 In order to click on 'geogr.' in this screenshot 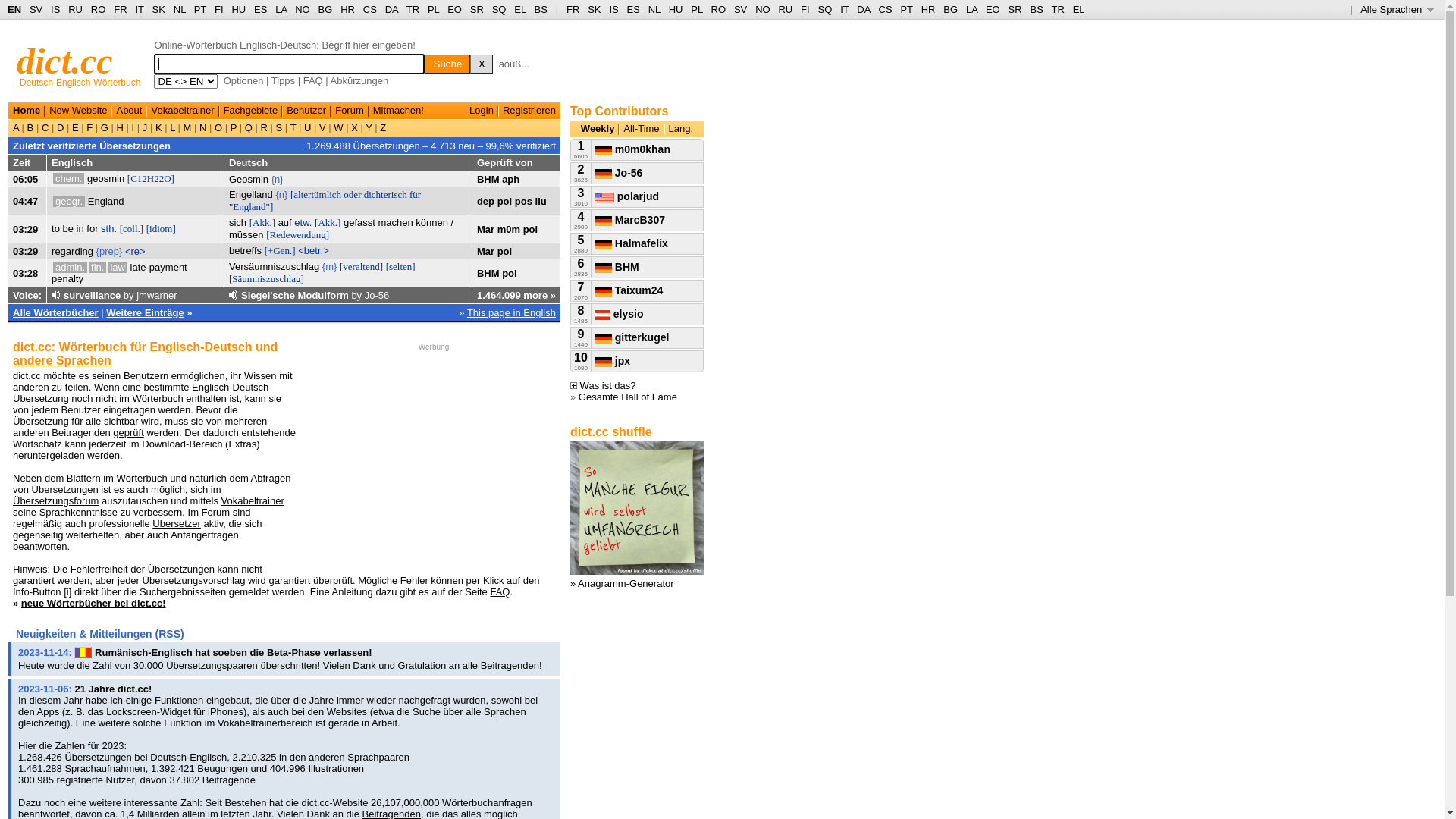, I will do `click(68, 200)`.